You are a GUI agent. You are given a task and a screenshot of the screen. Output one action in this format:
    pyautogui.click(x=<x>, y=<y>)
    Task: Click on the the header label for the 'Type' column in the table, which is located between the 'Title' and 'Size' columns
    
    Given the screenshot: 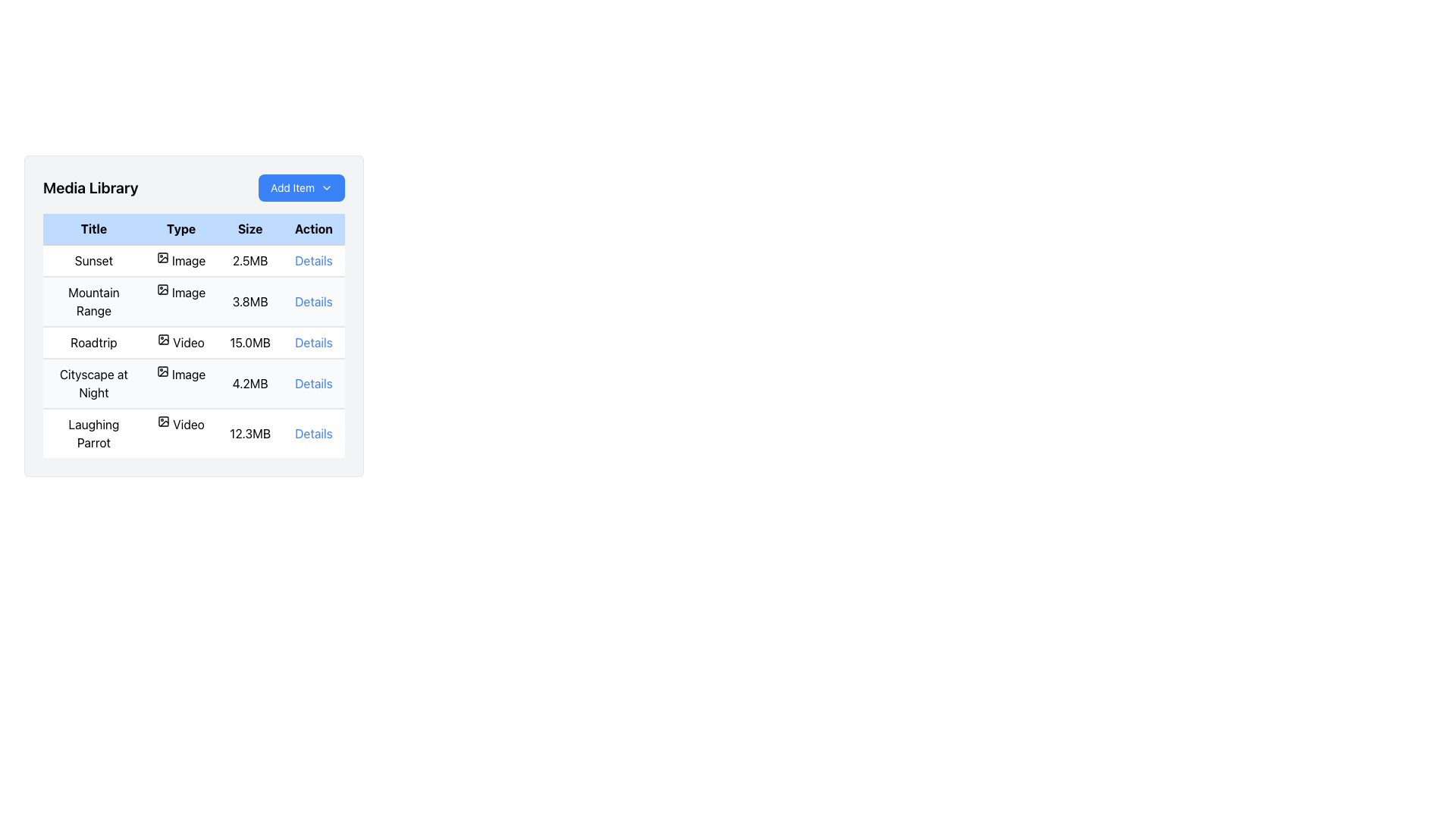 What is the action you would take?
    pyautogui.click(x=181, y=229)
    